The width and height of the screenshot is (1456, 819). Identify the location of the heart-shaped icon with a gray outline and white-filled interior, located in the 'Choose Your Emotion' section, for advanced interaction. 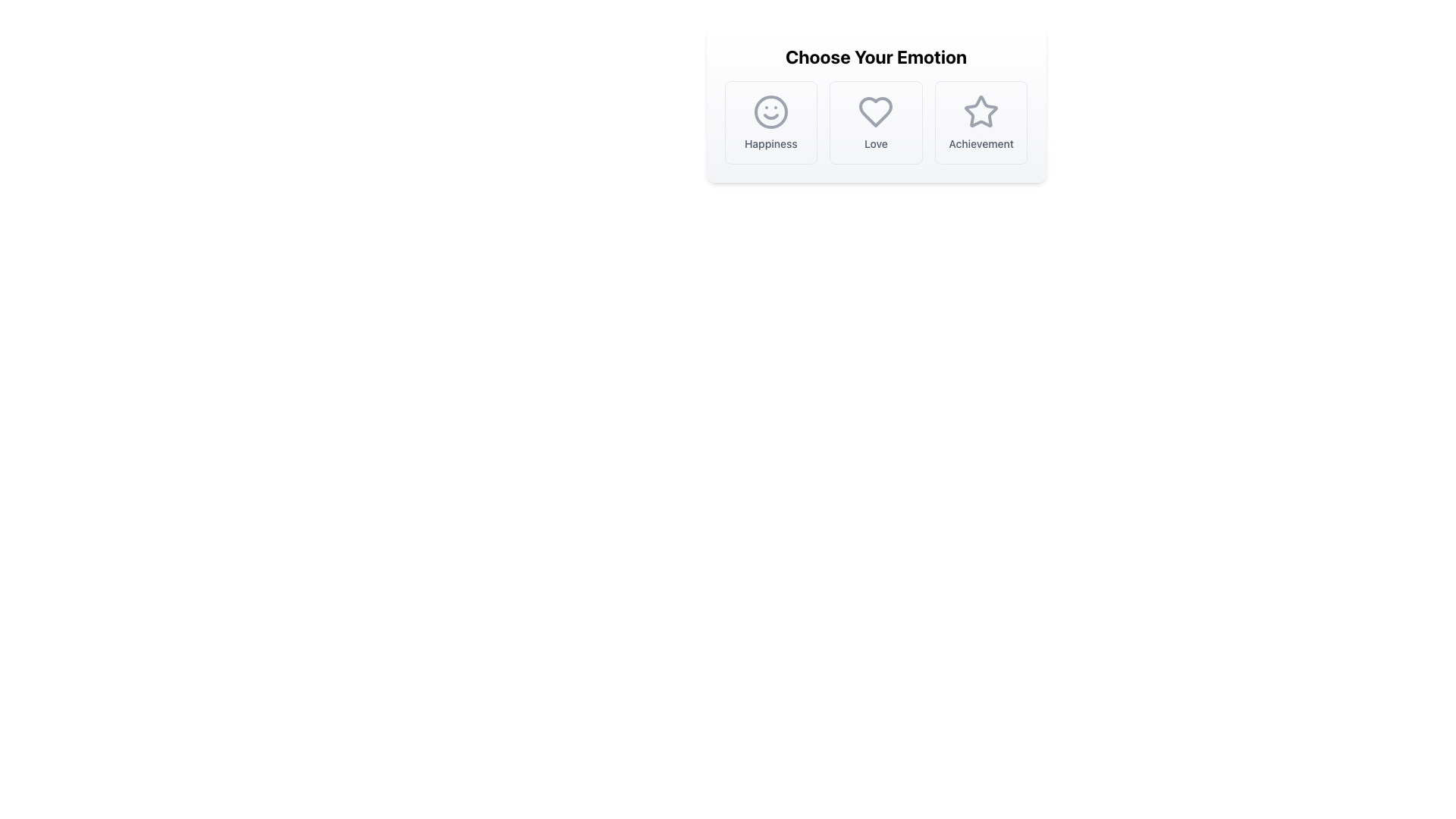
(876, 111).